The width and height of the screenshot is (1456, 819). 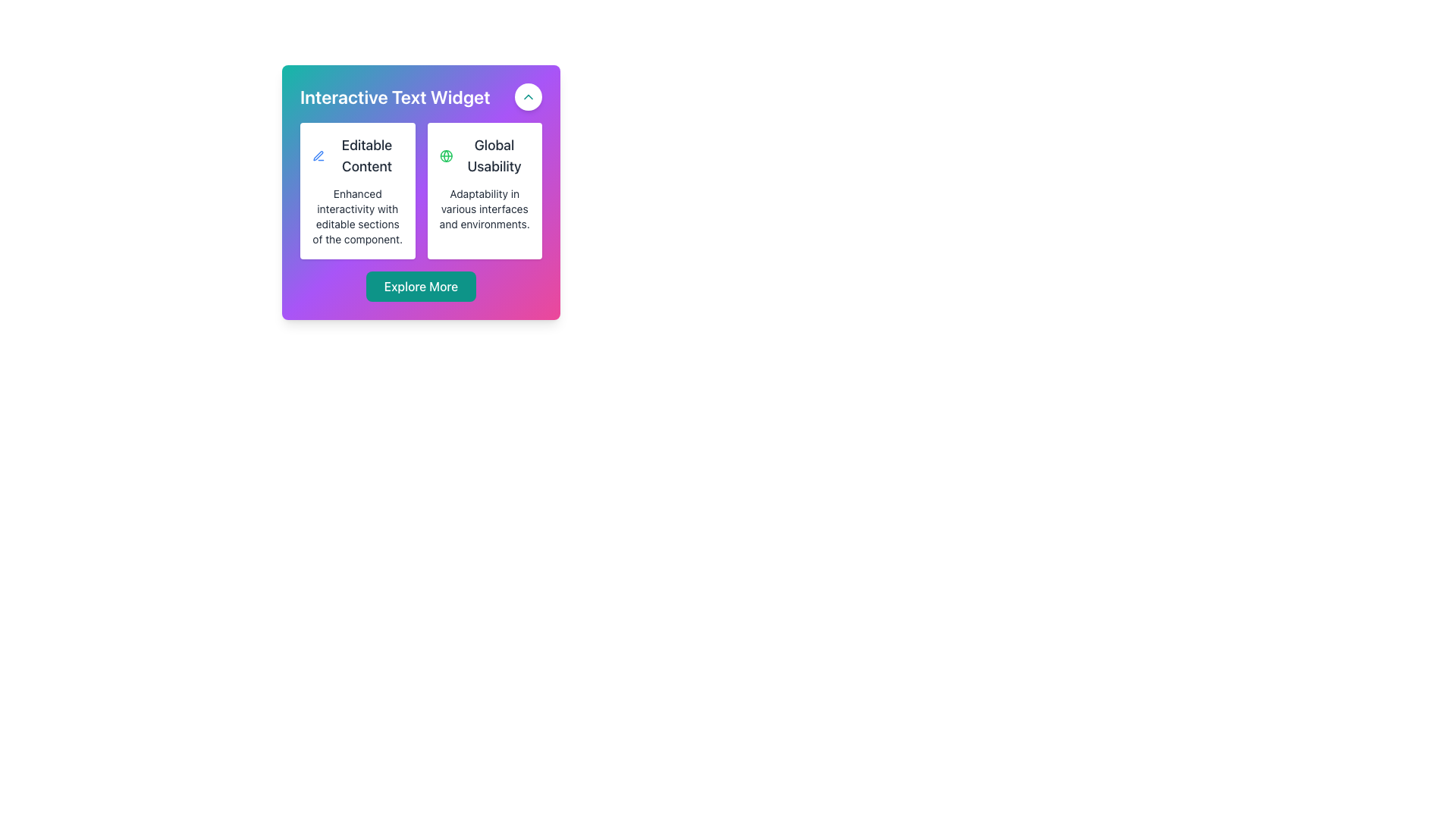 What do you see at coordinates (494, 155) in the screenshot?
I see `the 'Global Usability' text label, which is displayed in bold within a white card, centered above additional descriptive text and marked by a green globe icon` at bounding box center [494, 155].